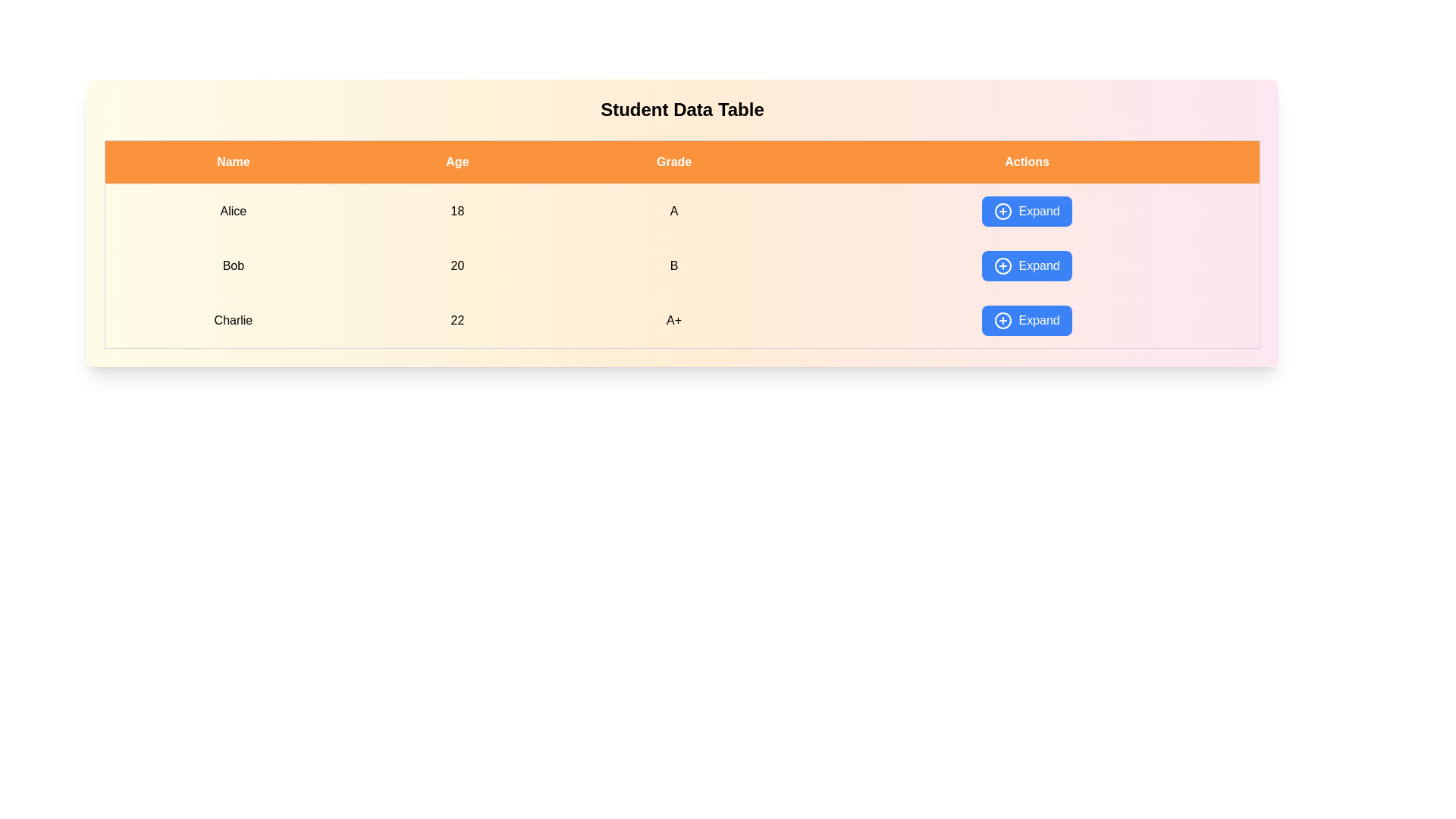  I want to click on the second button in the 'Actions' column of the second row of the table, so click(1027, 265).